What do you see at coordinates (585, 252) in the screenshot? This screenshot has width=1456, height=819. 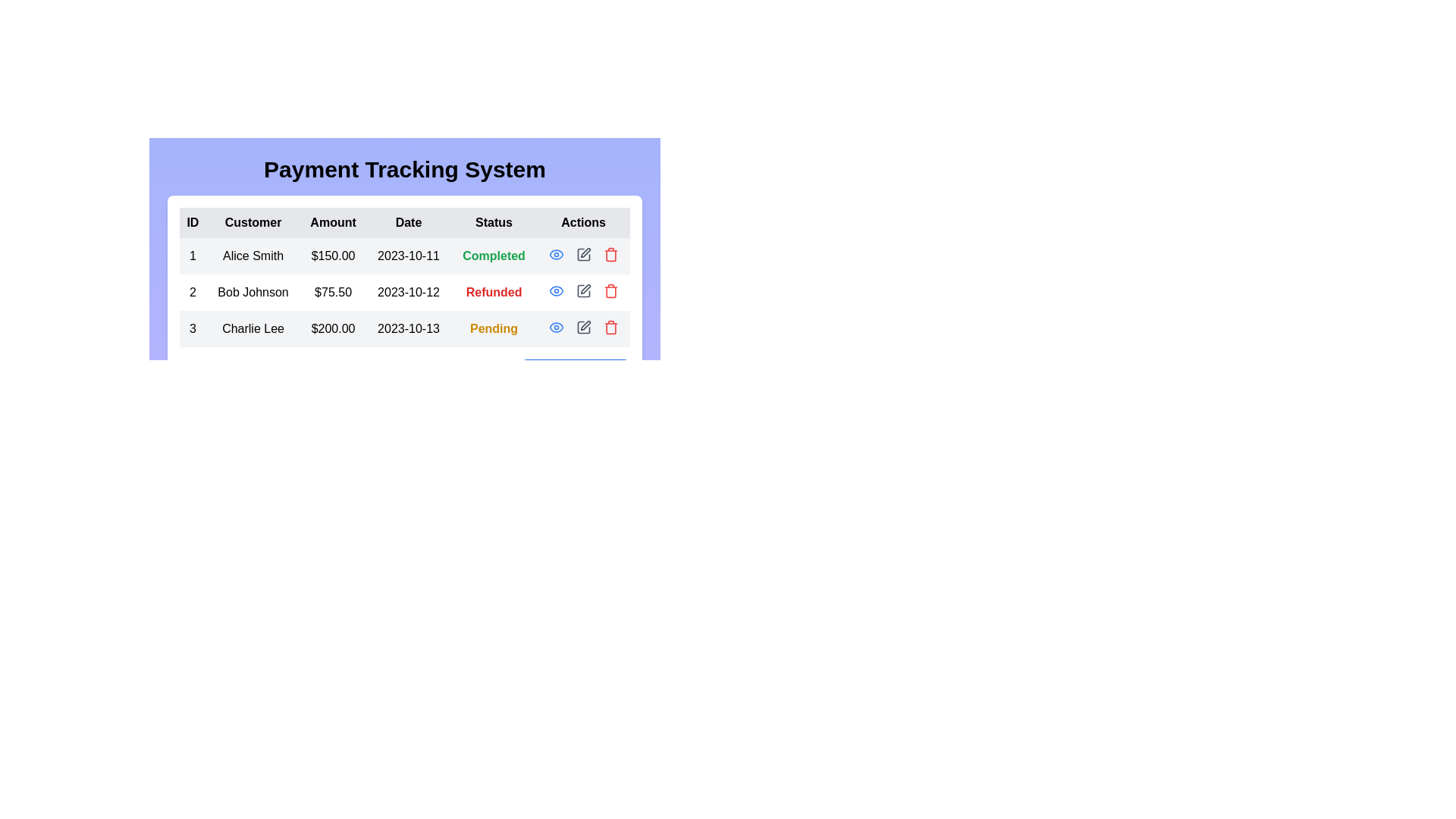 I see `the editing button icon, which resembles a pen, located in the second row of the 'Actions' column aligned with the 'Bob Johnson' entry` at bounding box center [585, 252].